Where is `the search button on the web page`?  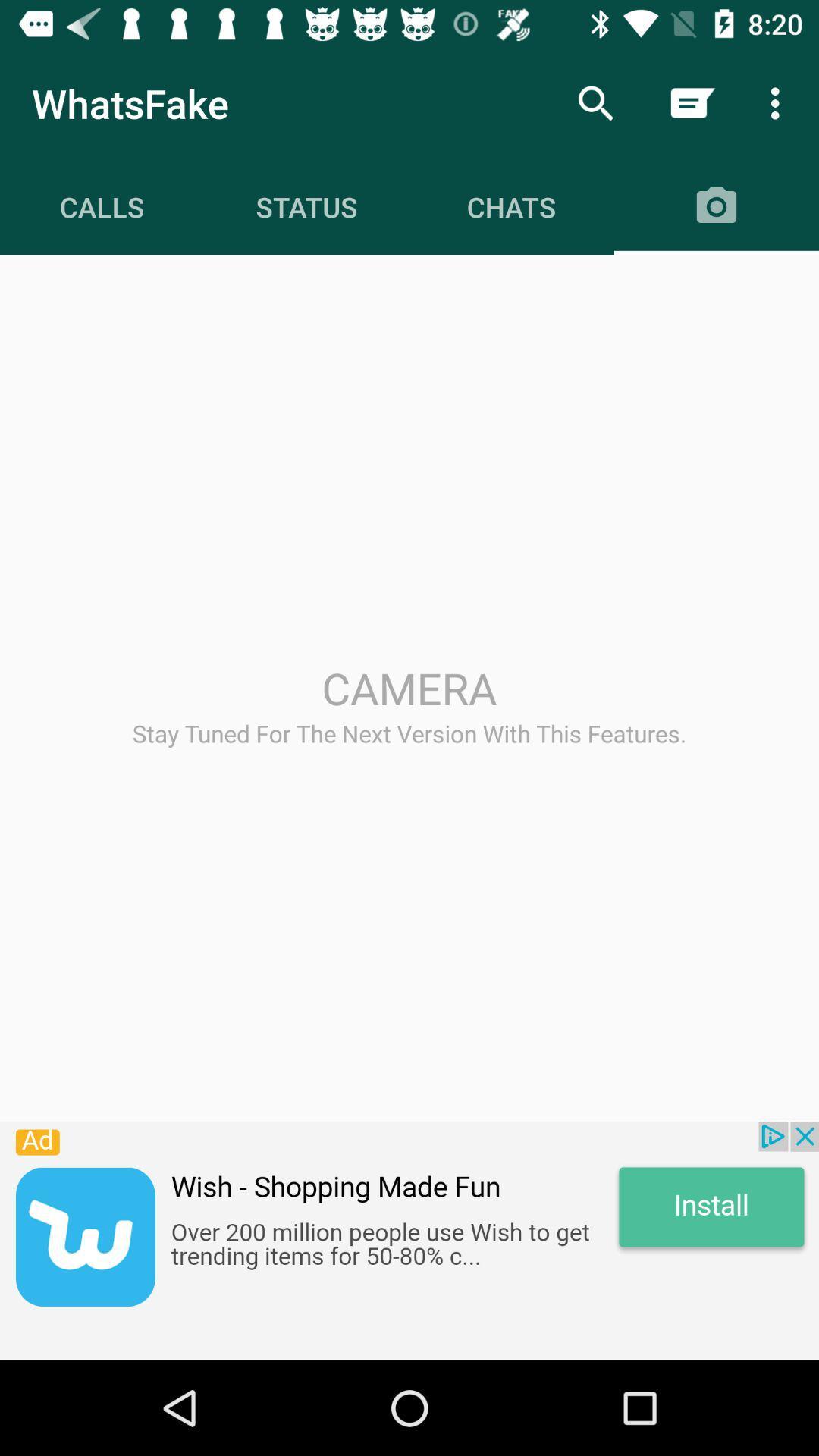 the search button on the web page is located at coordinates (595, 103).